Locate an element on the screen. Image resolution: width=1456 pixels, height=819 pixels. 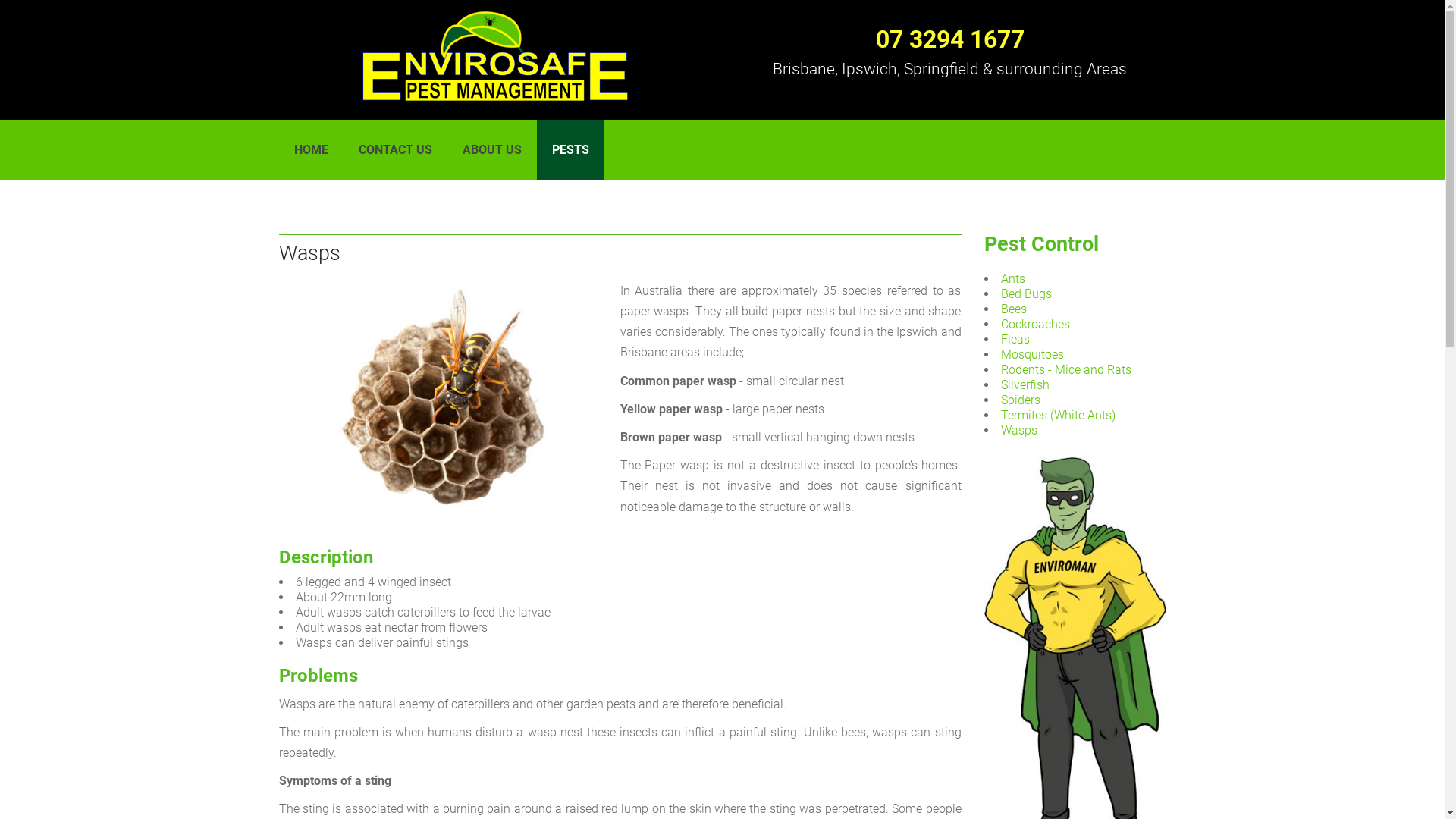
'PESTS' is located at coordinates (570, 149).